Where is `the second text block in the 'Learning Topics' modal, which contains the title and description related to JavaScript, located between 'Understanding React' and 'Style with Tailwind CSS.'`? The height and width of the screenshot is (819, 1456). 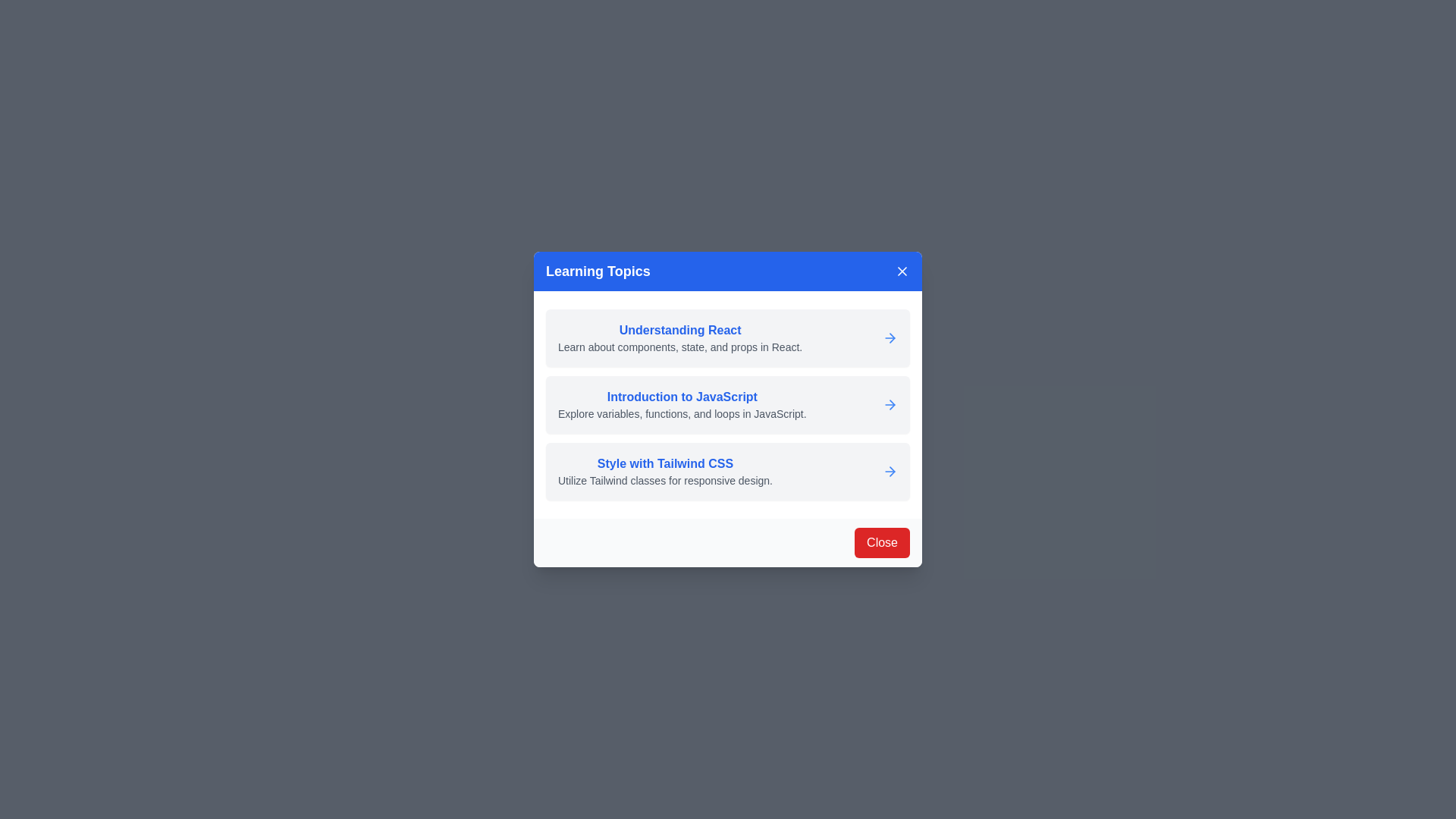
the second text block in the 'Learning Topics' modal, which contains the title and description related to JavaScript, located between 'Understanding React' and 'Style with Tailwind CSS.' is located at coordinates (681, 403).